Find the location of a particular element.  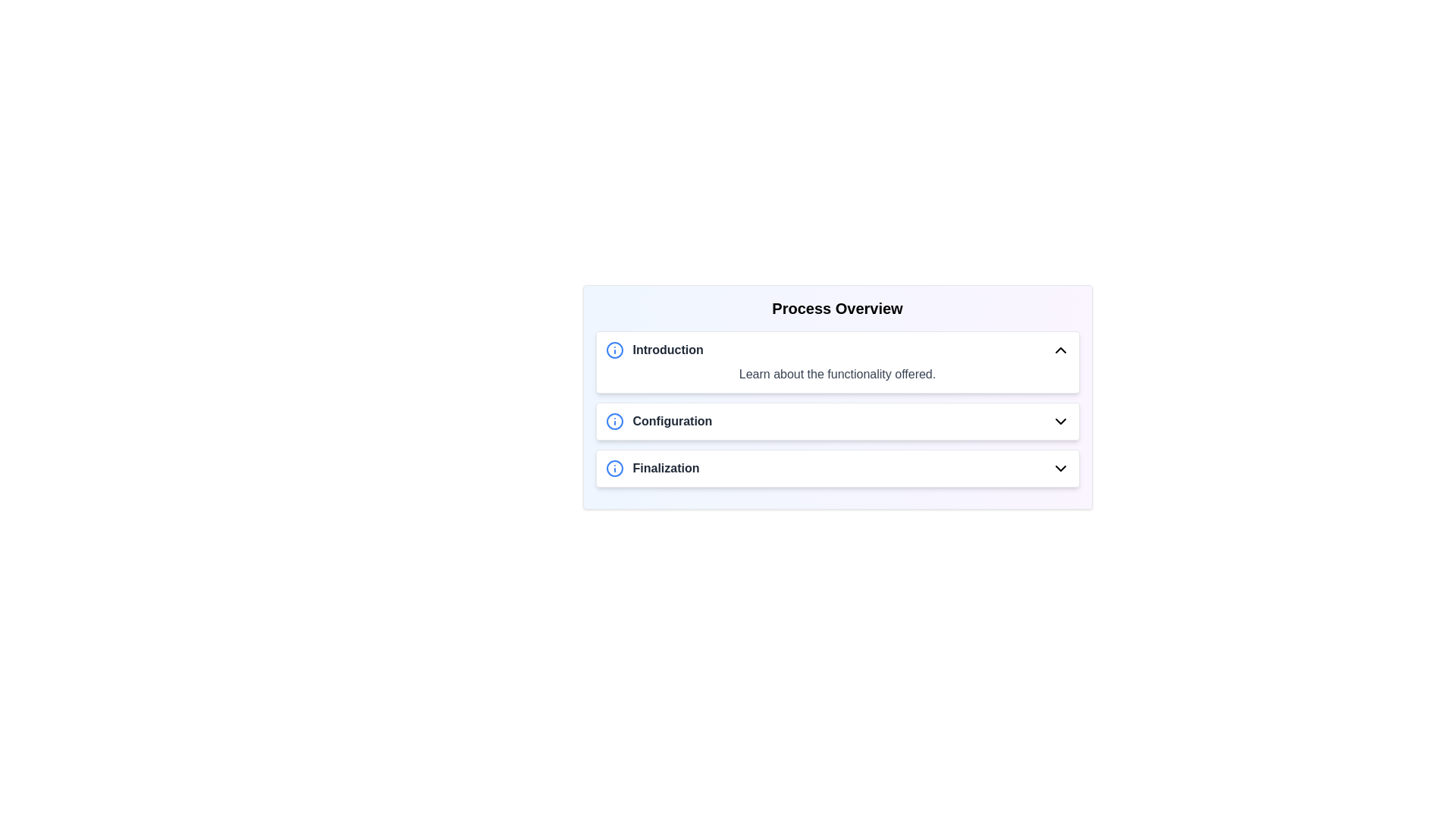

text of the 'Configuration' label, which is styled in bold dark gray and located between 'Introduction' and 'Finalization' in the vertical list is located at coordinates (658, 421).